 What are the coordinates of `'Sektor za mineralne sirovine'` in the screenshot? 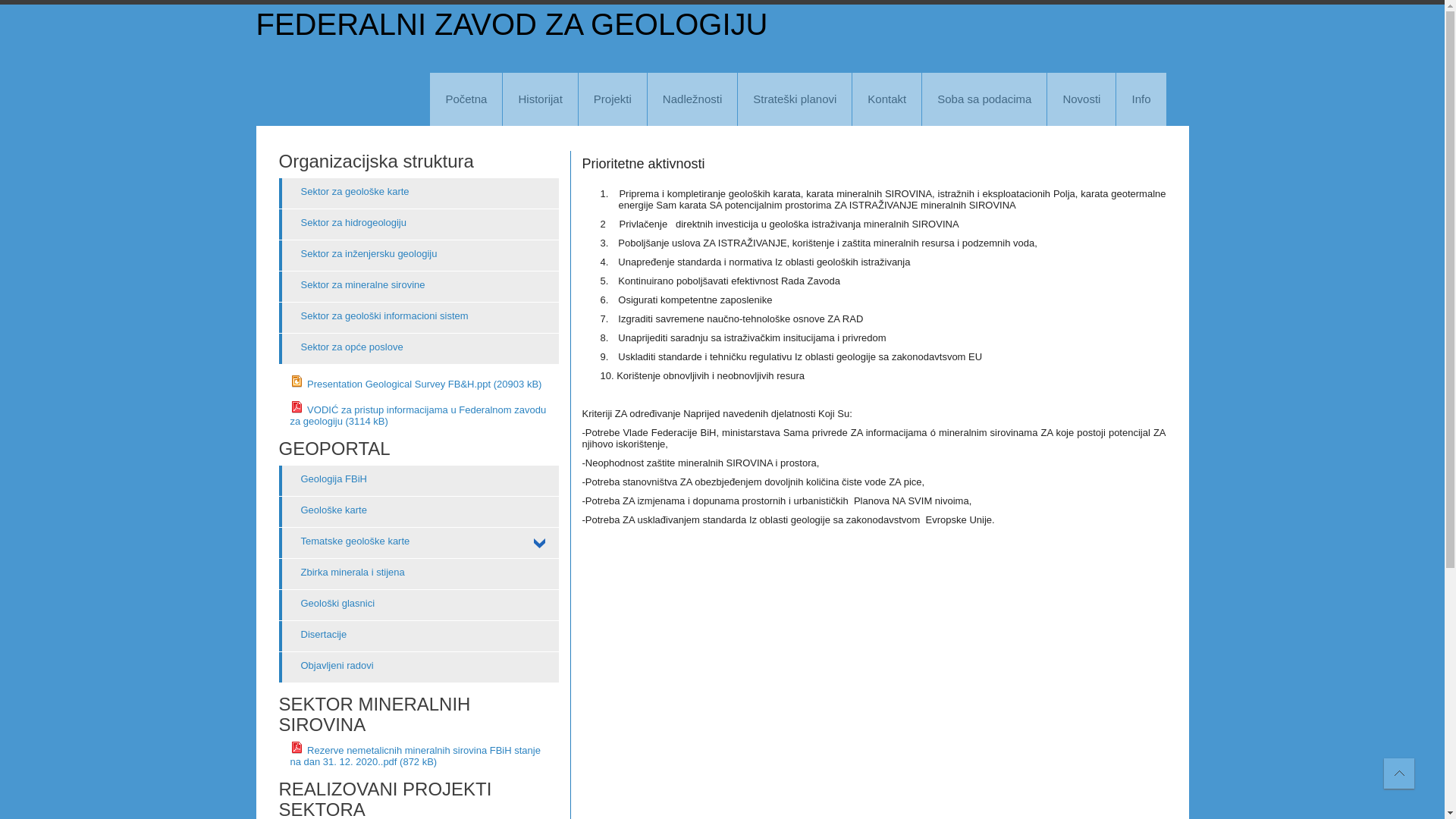 It's located at (419, 287).